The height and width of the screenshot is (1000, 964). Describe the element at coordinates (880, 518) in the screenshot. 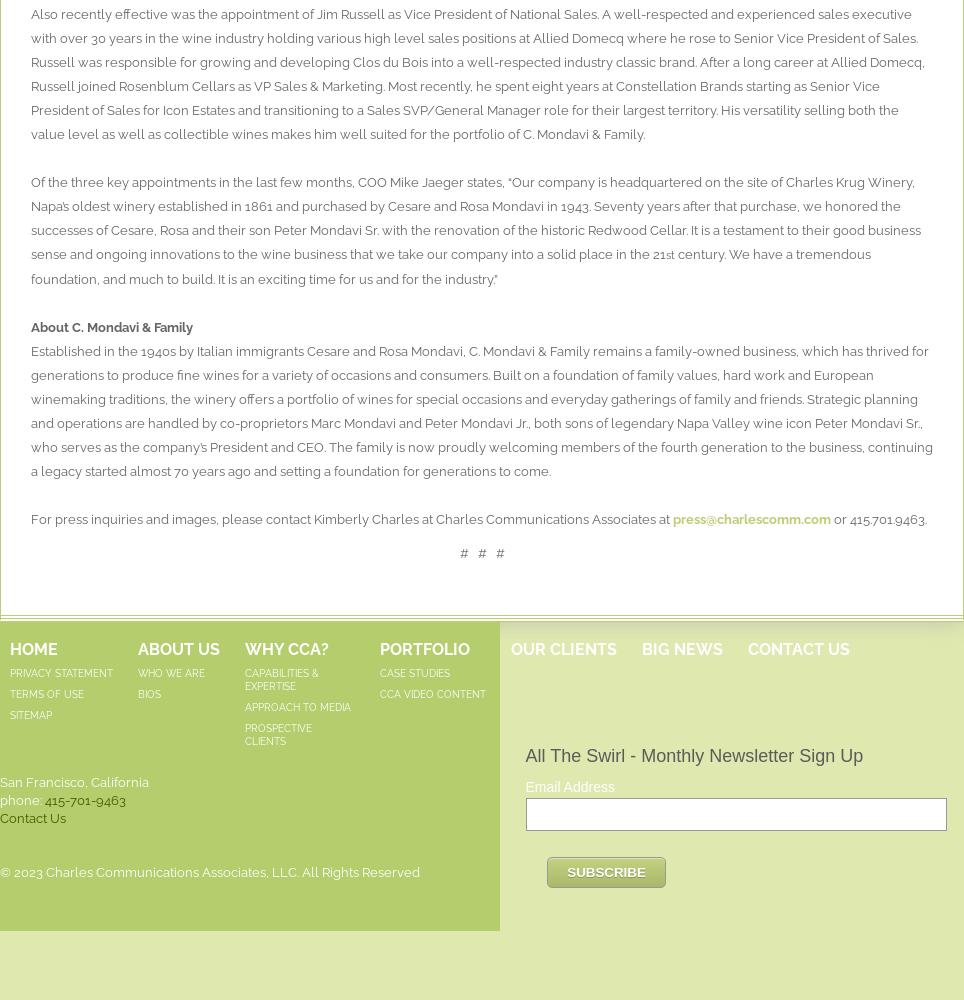

I see `'or 415.701.9463.'` at that location.